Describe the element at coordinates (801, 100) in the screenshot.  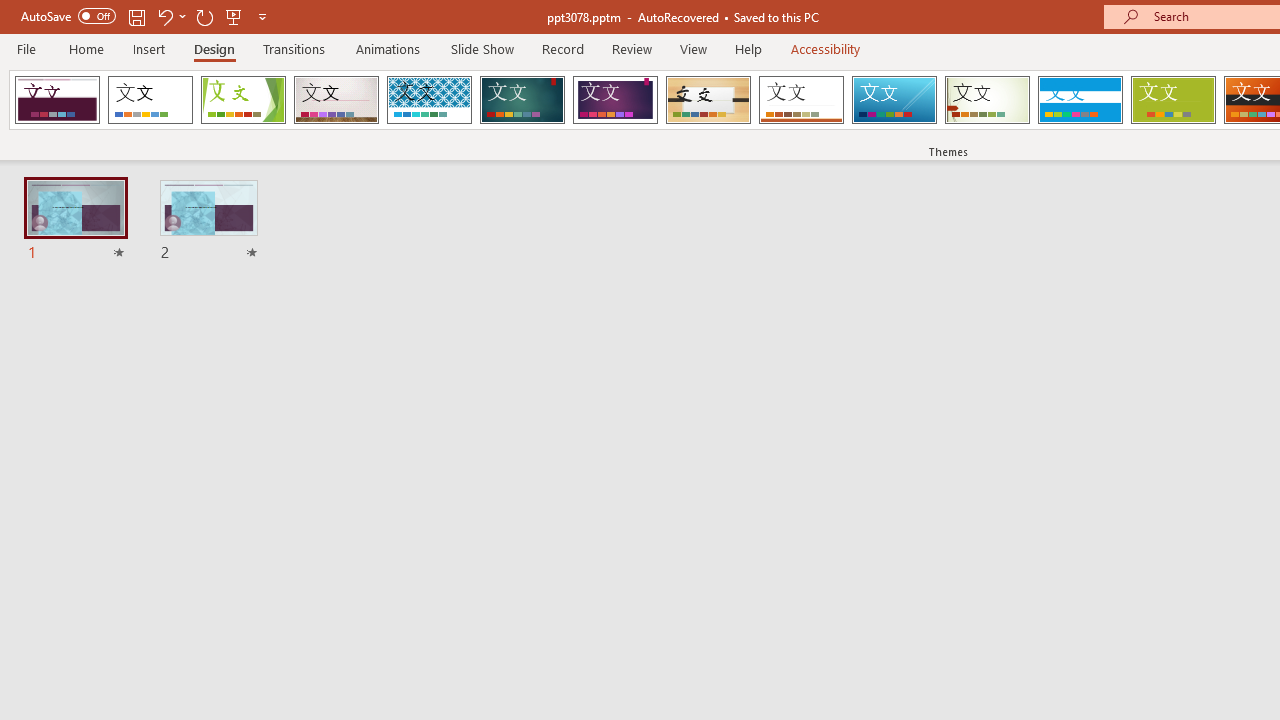
I see `'Retrospect'` at that location.